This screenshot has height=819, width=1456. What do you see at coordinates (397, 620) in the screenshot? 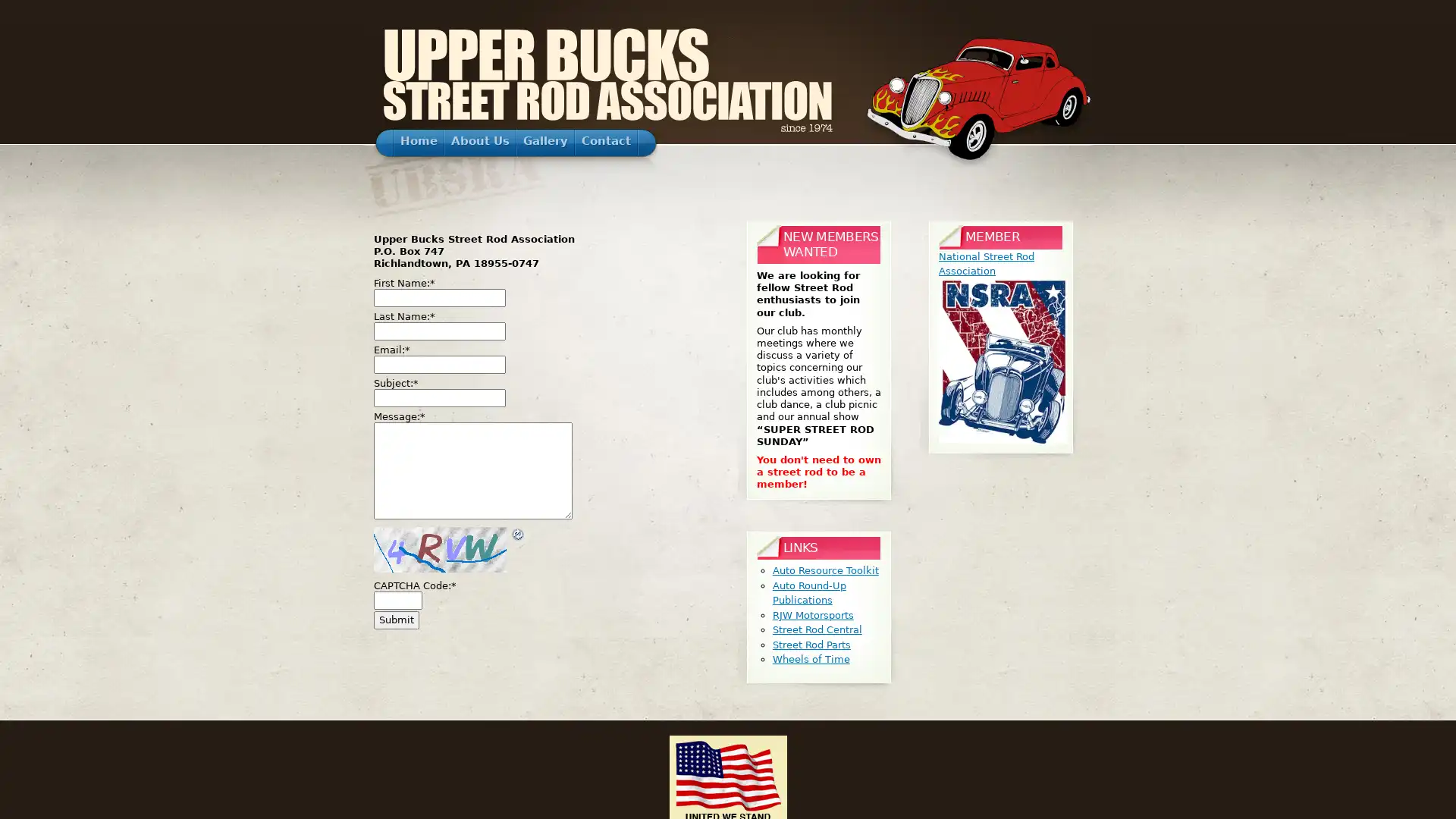
I see `Submit` at bounding box center [397, 620].